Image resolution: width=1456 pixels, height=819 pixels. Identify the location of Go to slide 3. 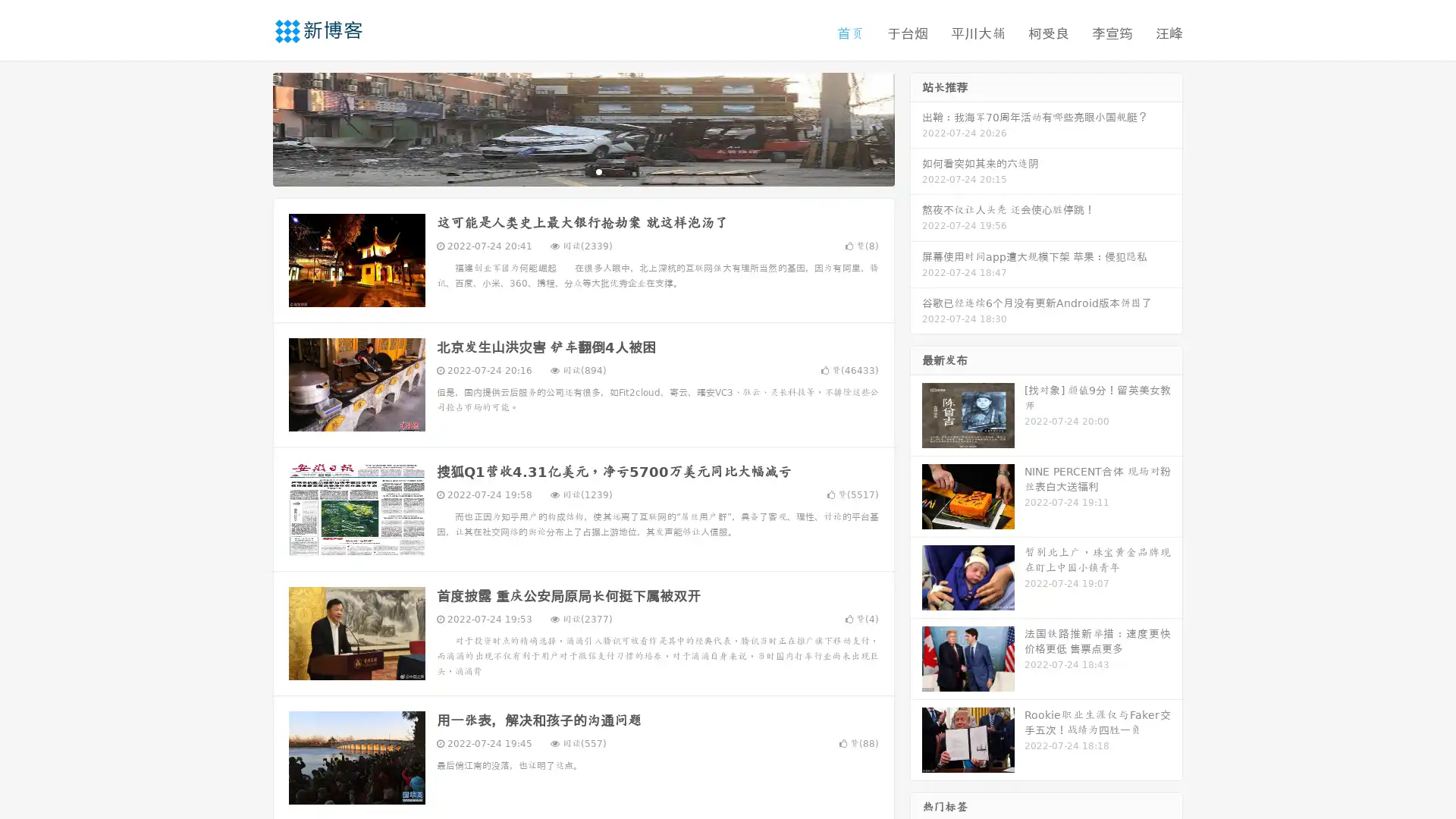
(598, 171).